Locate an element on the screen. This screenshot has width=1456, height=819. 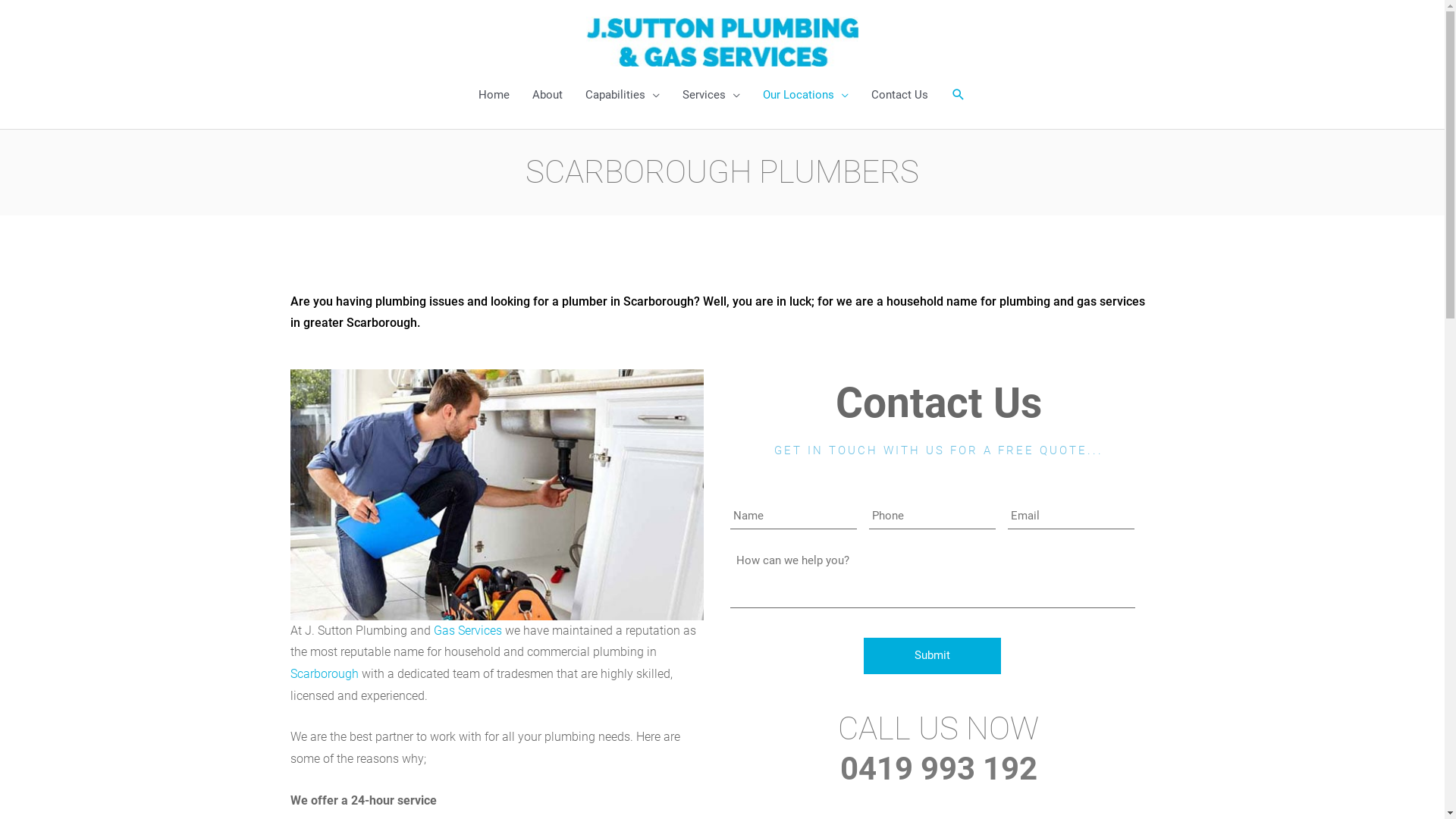
'Gas Services' is located at coordinates (467, 630).